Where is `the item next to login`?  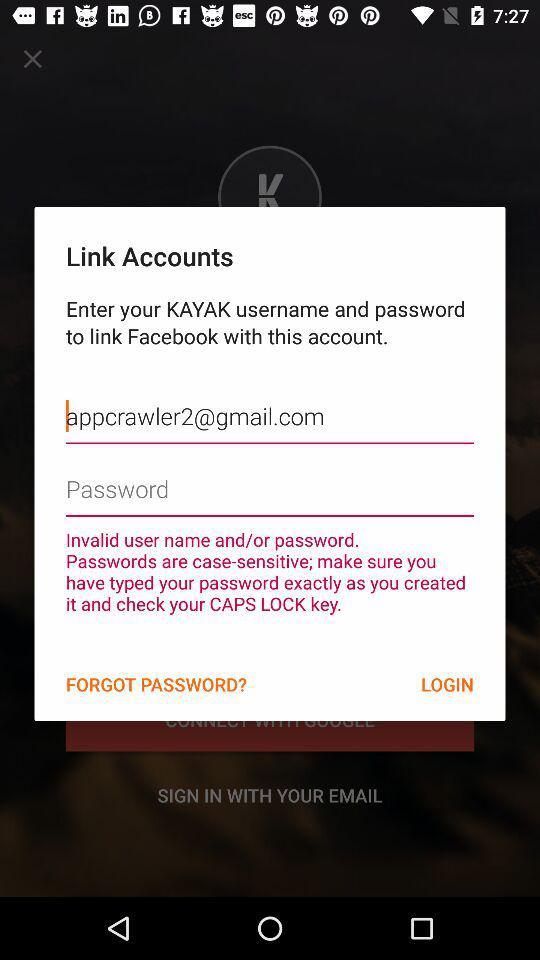
the item next to login is located at coordinates (155, 684).